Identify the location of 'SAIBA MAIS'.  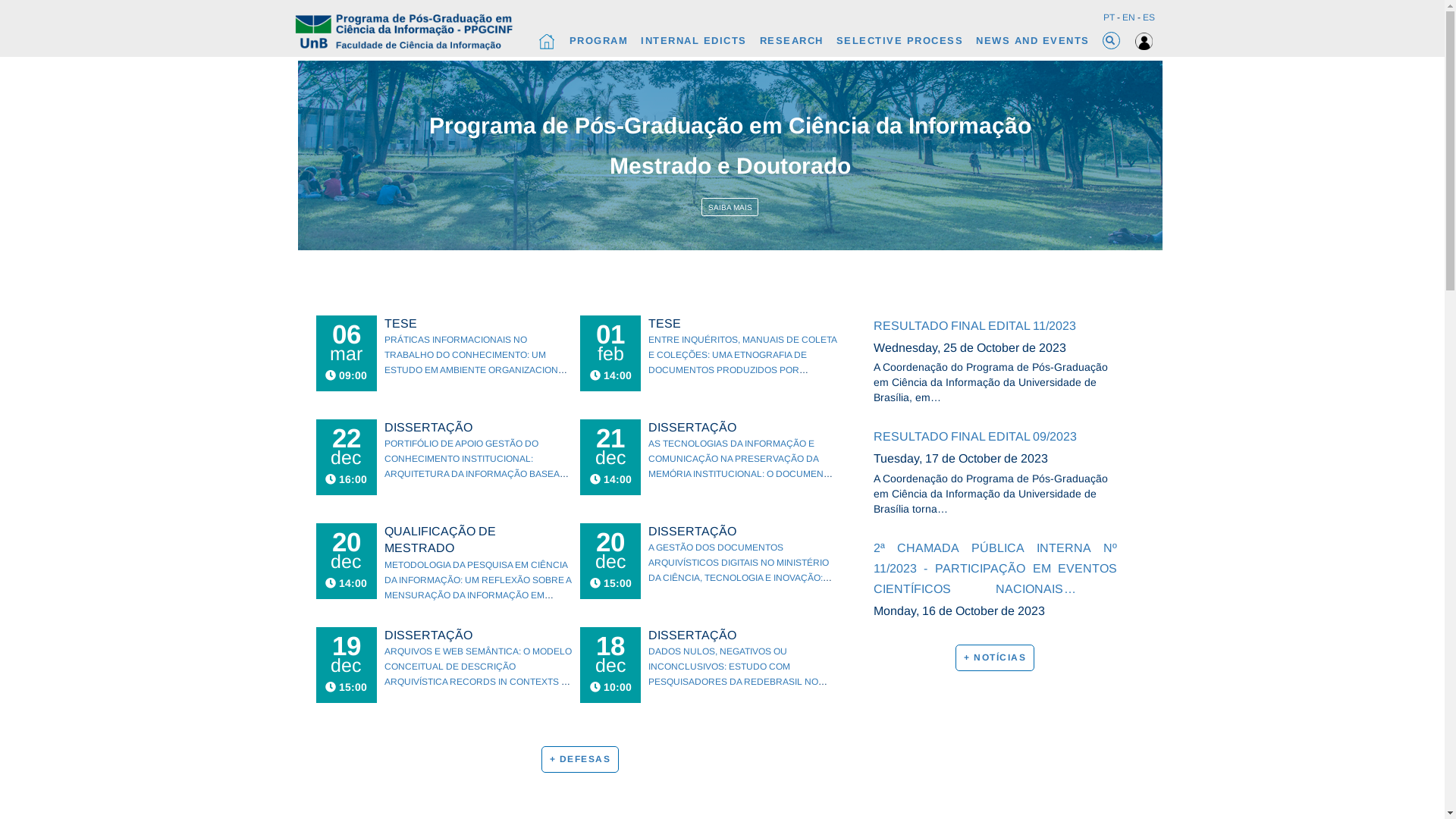
(730, 207).